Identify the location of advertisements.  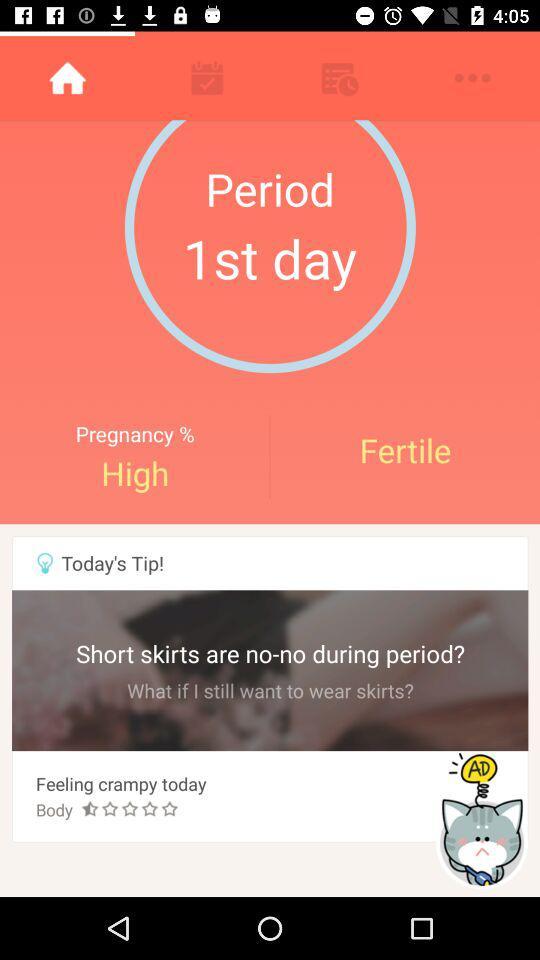
(483, 820).